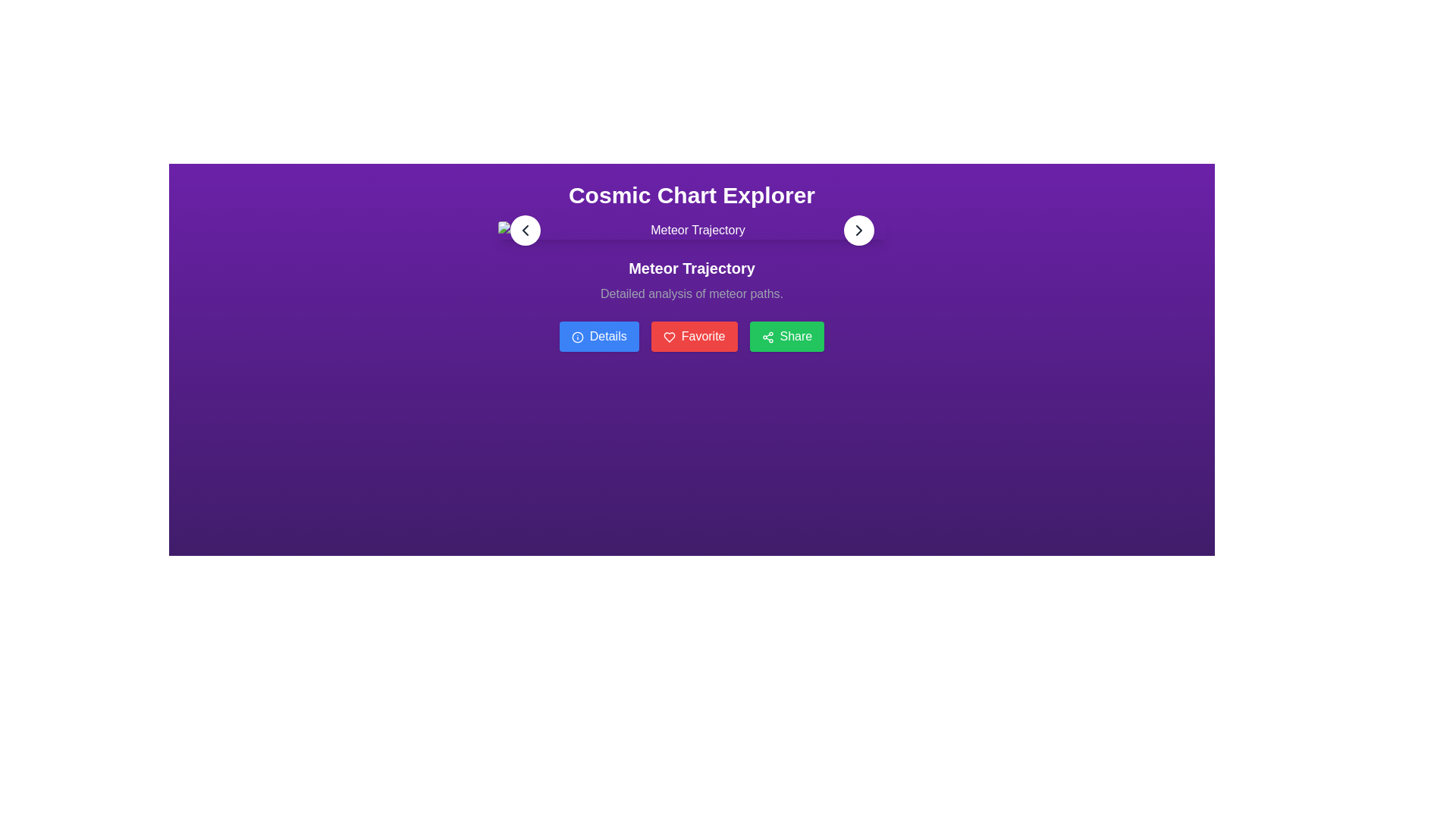 The width and height of the screenshot is (1456, 819). I want to click on the navigational button located to the left of the 'Cosmic Chart Explorer' title, so click(525, 231).